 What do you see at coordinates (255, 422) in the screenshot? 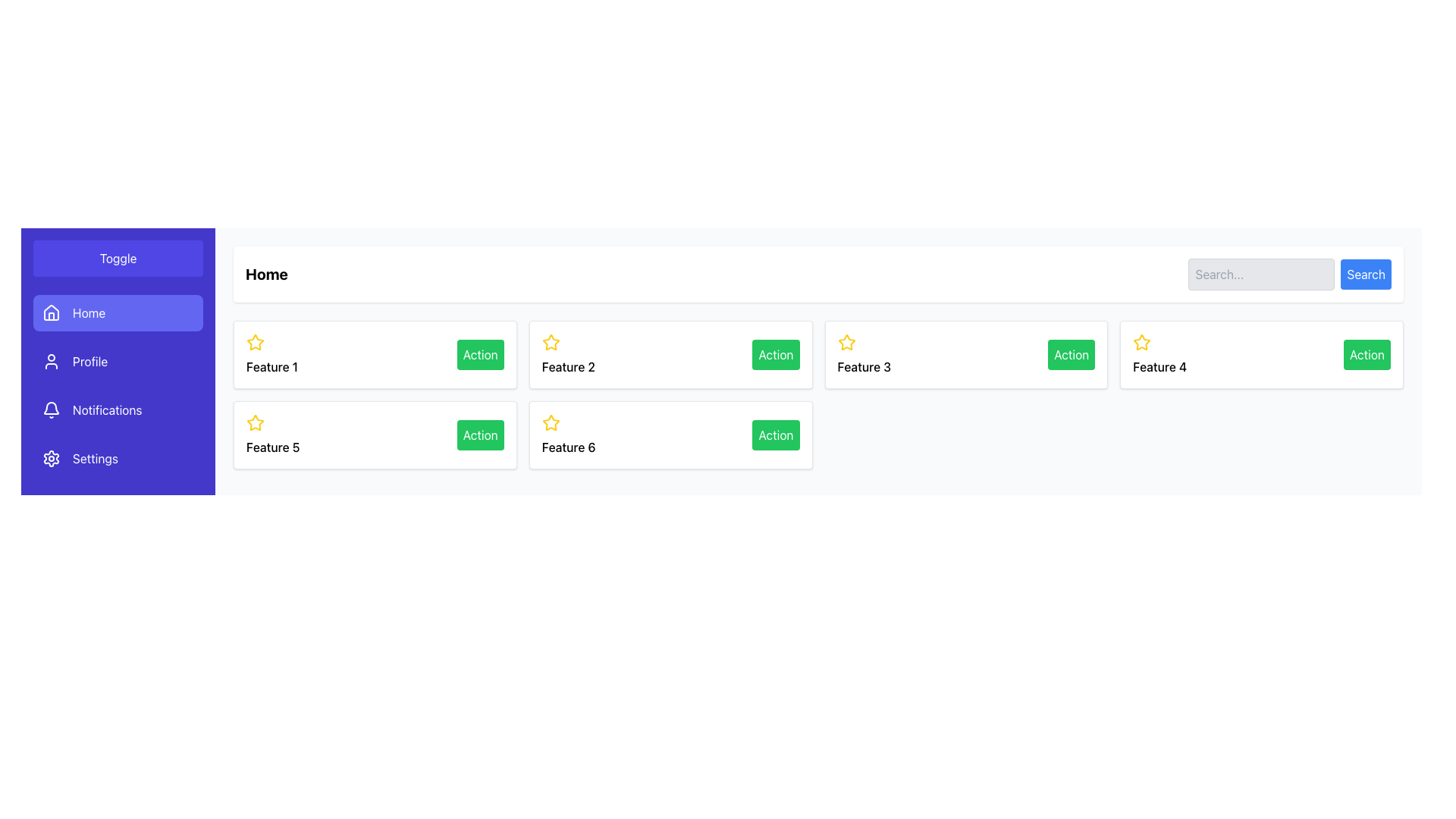
I see `the star icon with a yellow outline located in the second row of the grid, associated with 'Feature 6'` at bounding box center [255, 422].